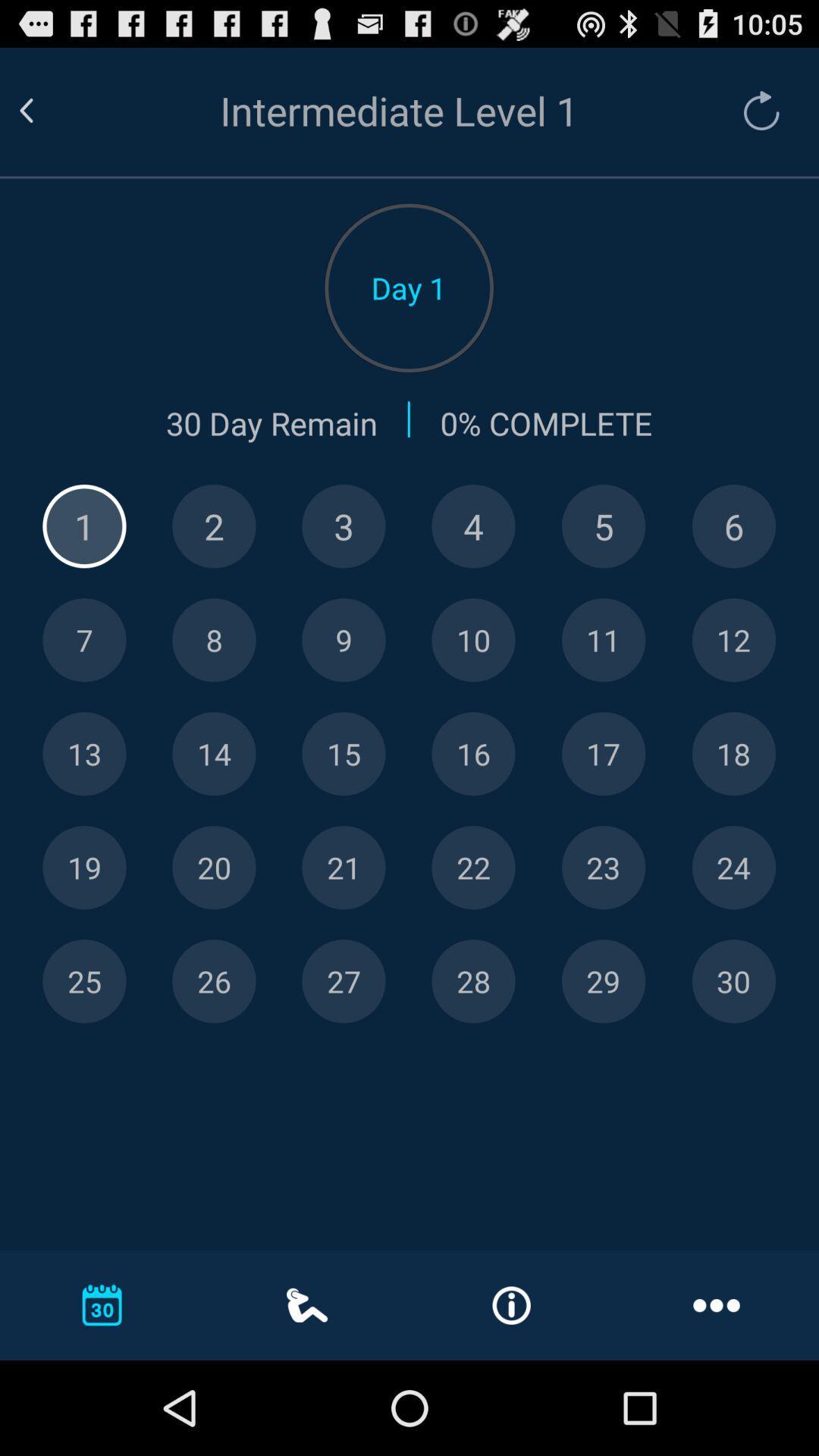 The width and height of the screenshot is (819, 1456). I want to click on number twenty six, so click(214, 981).